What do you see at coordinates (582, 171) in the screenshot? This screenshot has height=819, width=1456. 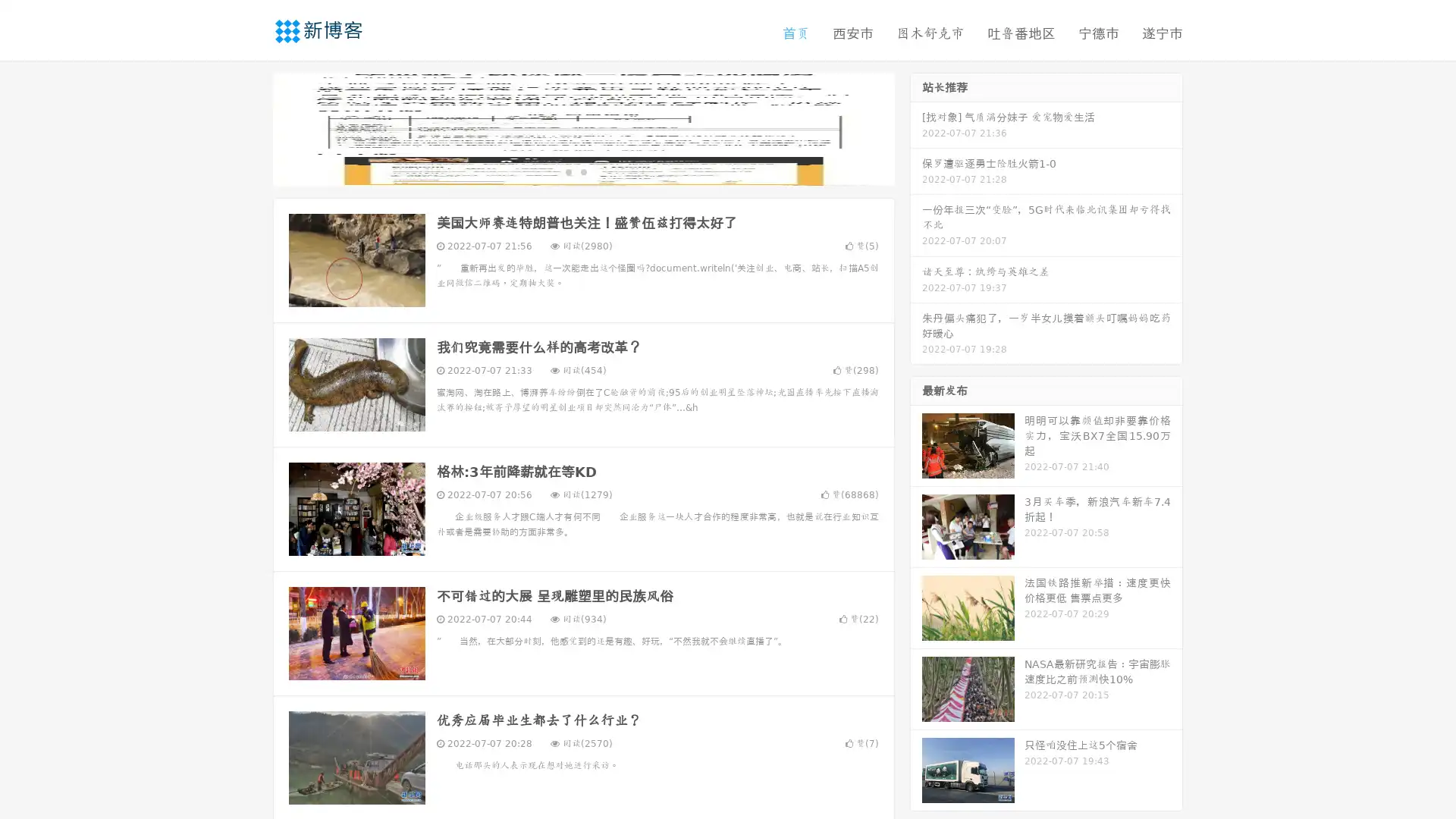 I see `Go to slide 2` at bounding box center [582, 171].